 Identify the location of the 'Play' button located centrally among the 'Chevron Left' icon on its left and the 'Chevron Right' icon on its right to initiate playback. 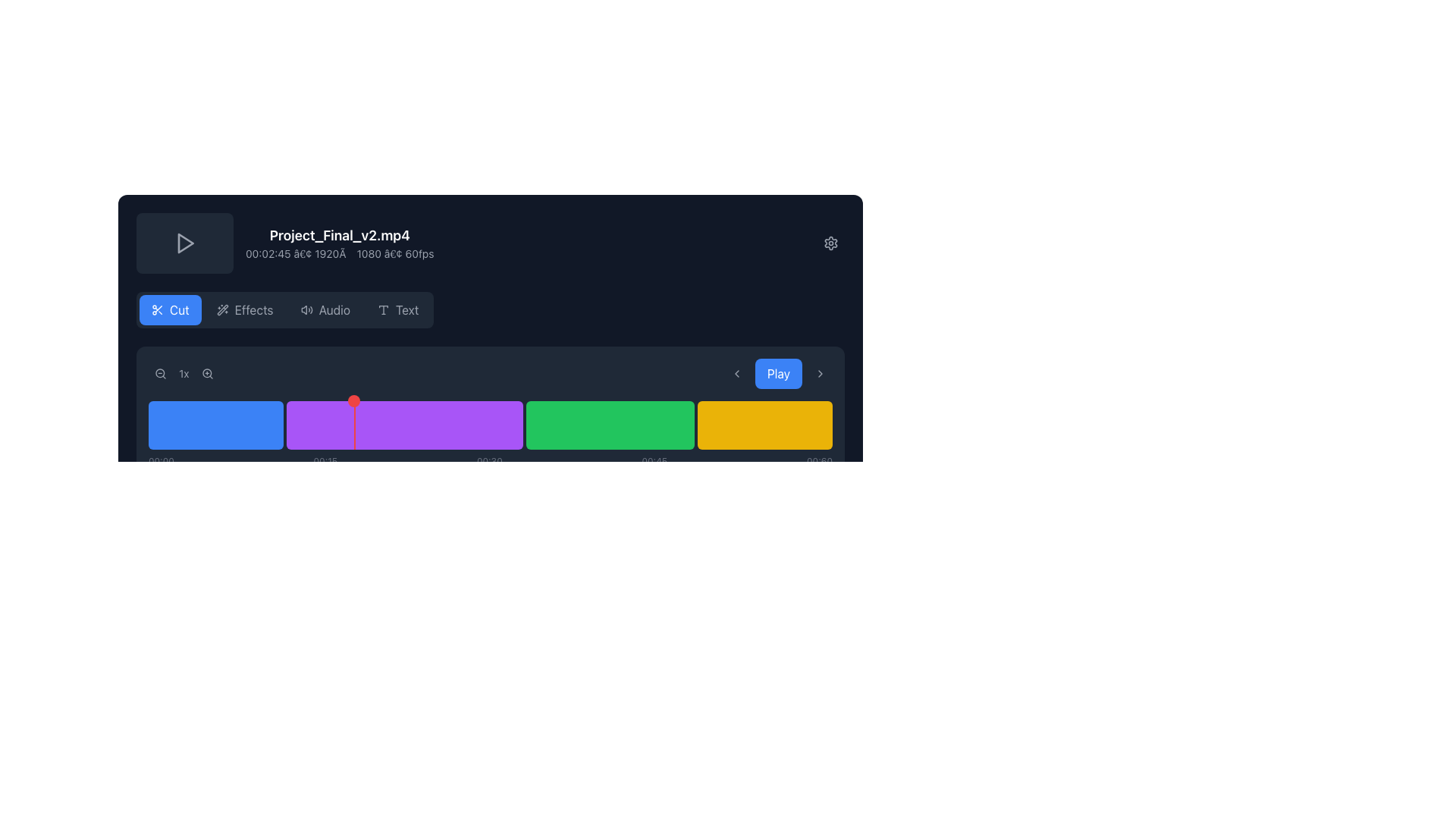
(778, 374).